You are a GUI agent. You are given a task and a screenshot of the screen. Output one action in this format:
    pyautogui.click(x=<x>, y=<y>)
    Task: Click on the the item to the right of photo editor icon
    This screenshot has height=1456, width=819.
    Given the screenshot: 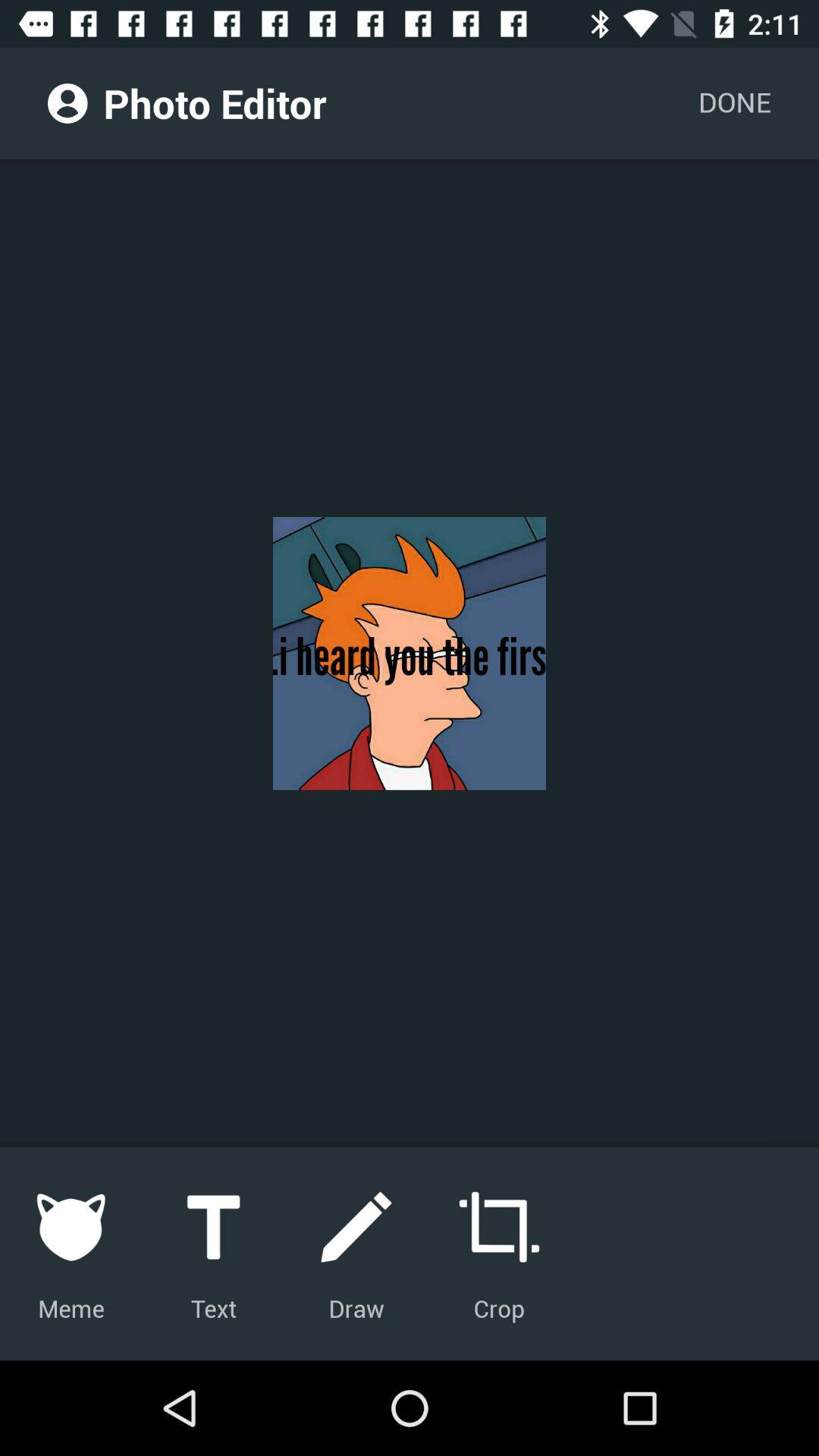 What is the action you would take?
    pyautogui.click(x=733, y=102)
    